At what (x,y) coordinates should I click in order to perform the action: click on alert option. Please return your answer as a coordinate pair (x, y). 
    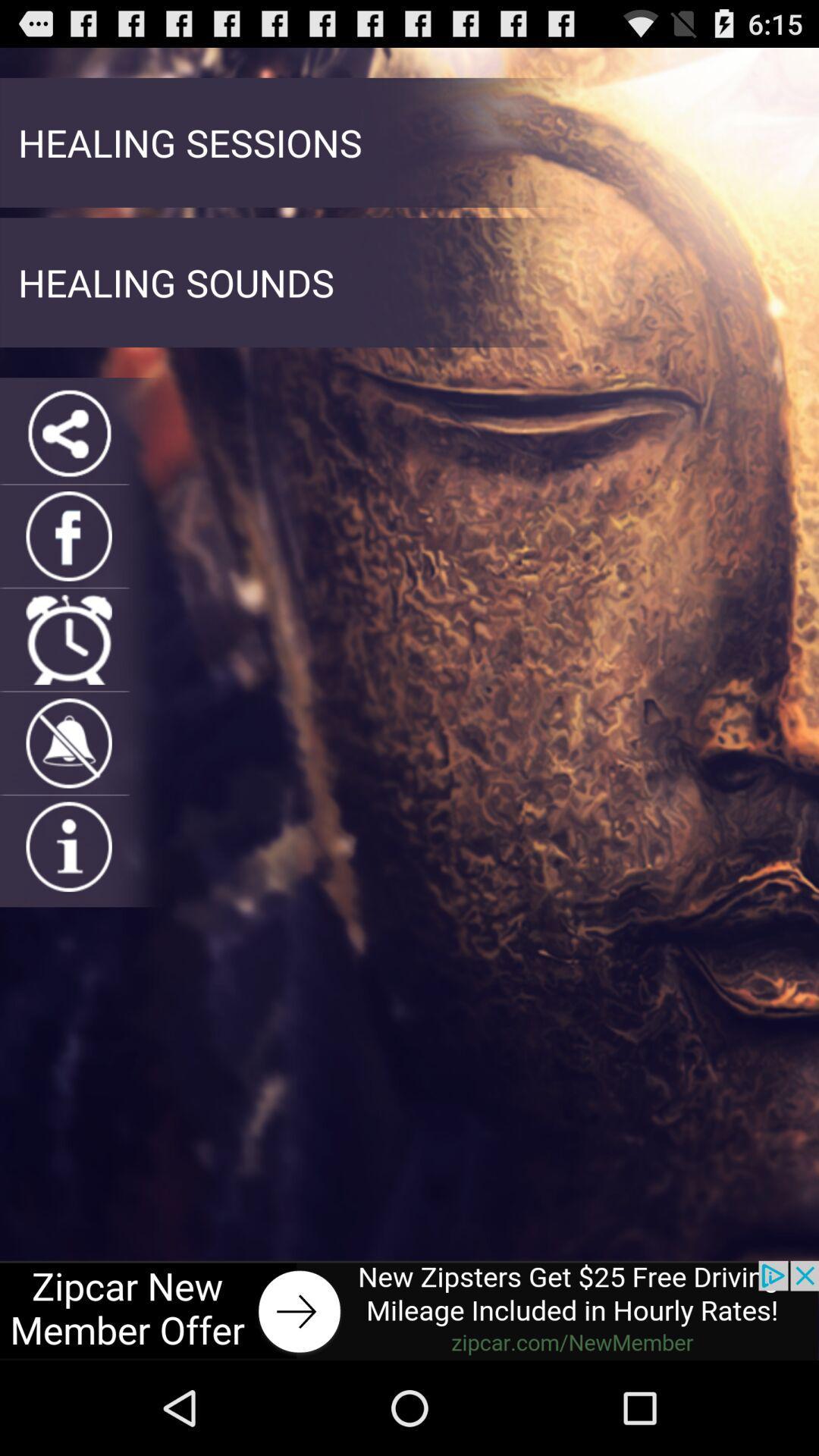
    Looking at the image, I should click on (69, 743).